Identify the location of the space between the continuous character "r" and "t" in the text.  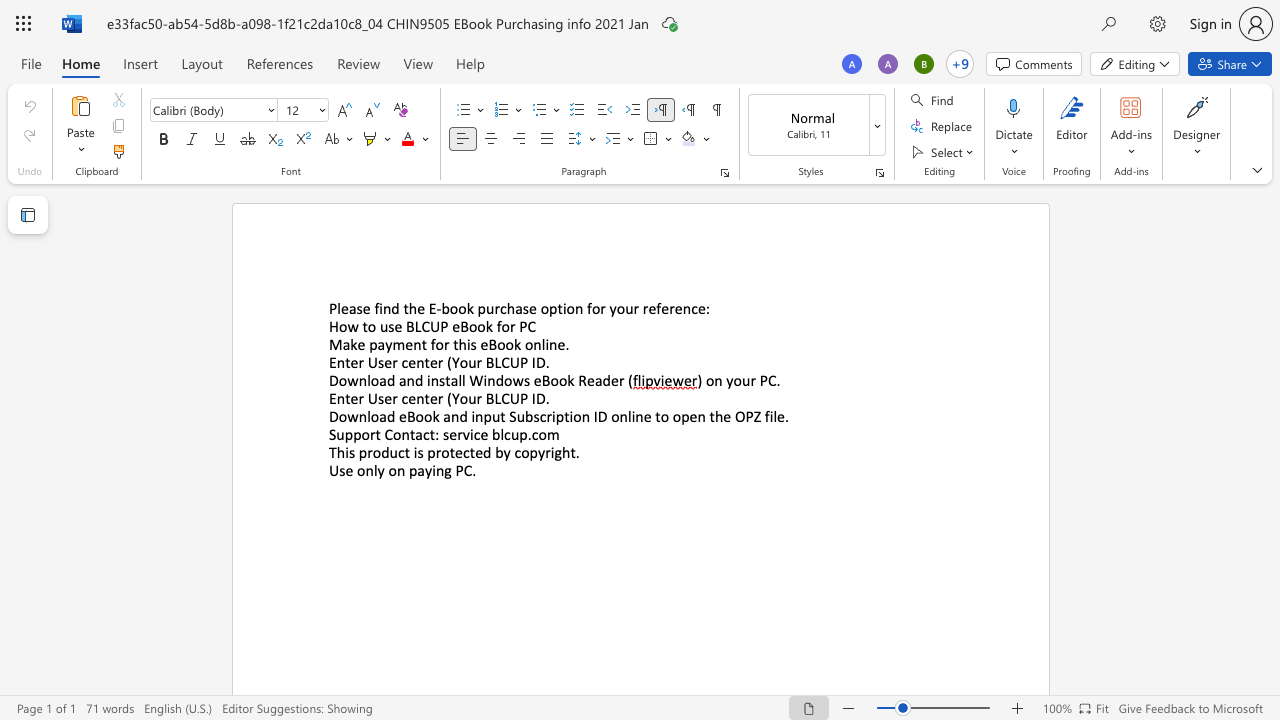
(375, 433).